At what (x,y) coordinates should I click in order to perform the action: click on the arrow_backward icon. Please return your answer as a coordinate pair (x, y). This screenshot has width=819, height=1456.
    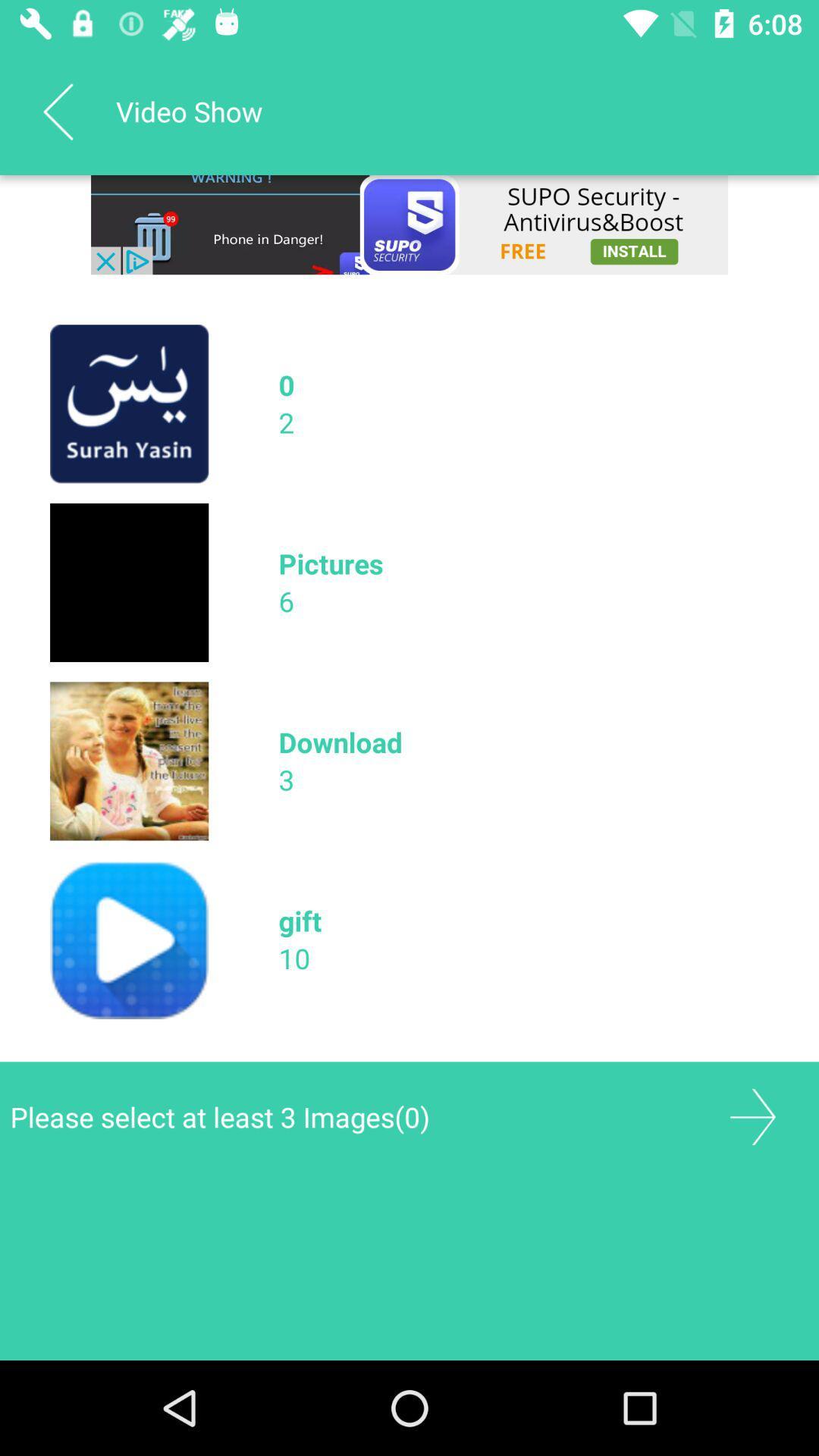
    Looking at the image, I should click on (57, 111).